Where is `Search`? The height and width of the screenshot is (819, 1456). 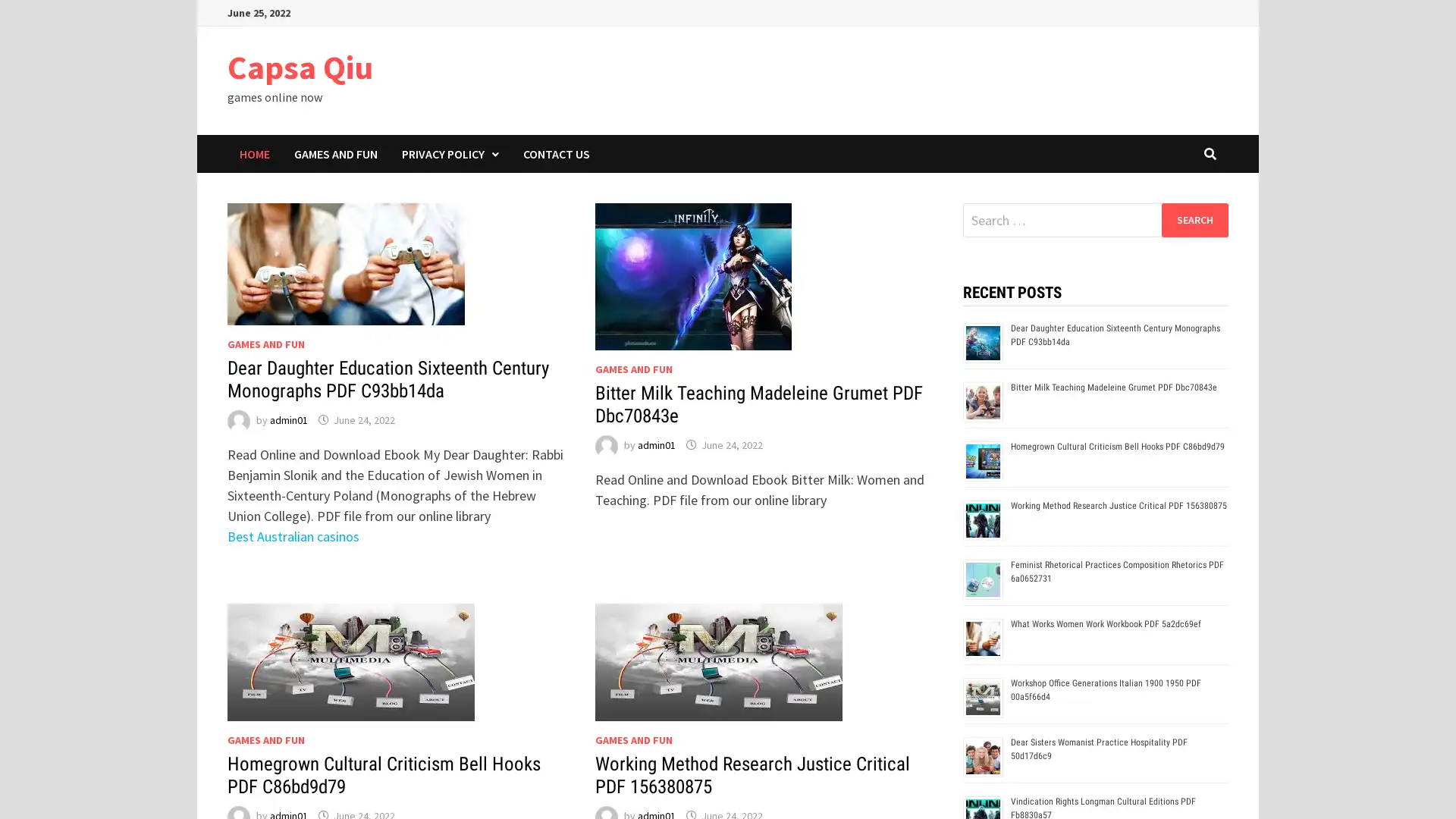 Search is located at coordinates (1194, 219).